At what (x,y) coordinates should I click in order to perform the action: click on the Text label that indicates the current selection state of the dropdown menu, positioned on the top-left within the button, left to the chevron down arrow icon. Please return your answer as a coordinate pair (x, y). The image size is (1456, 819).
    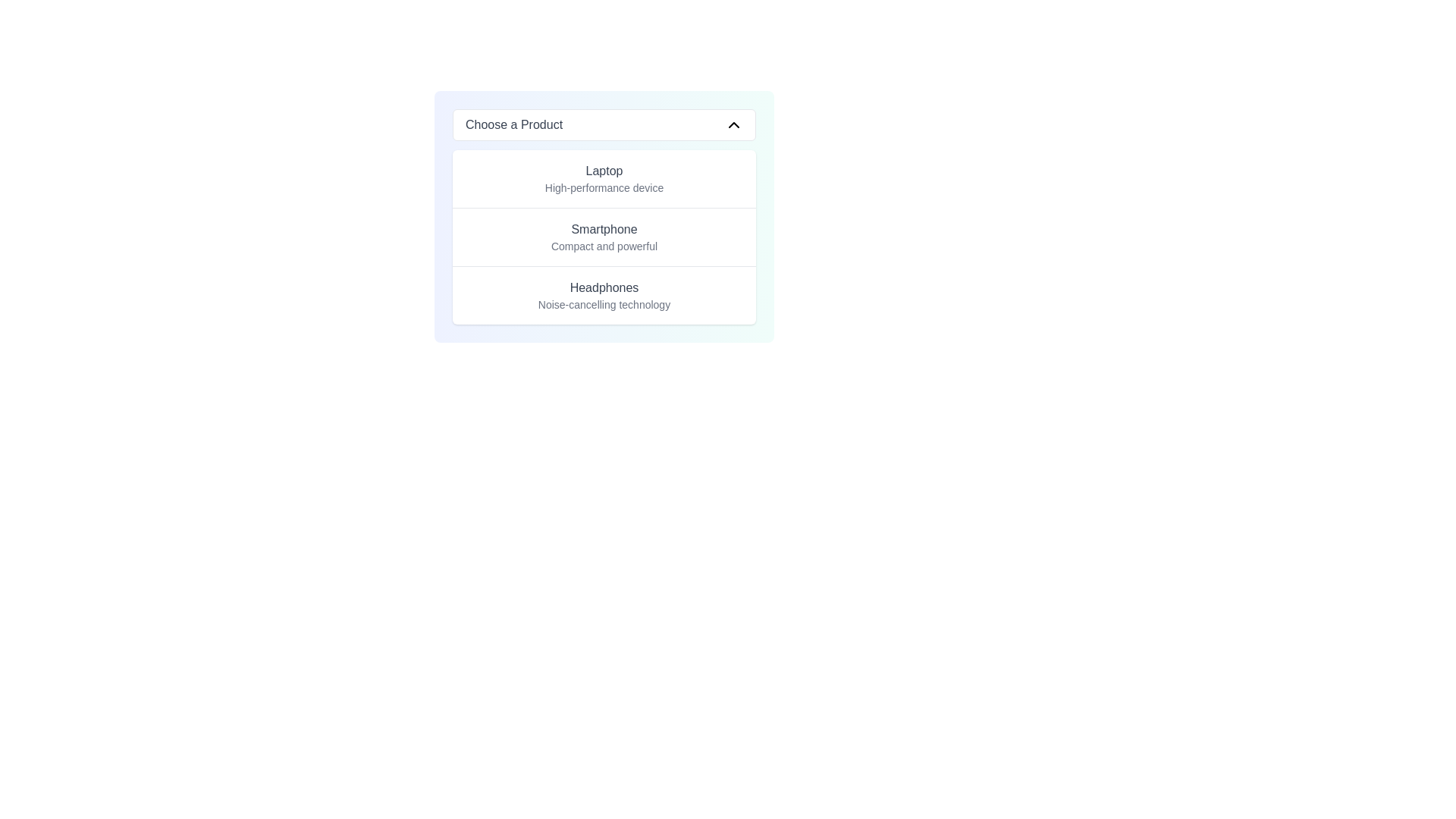
    Looking at the image, I should click on (513, 124).